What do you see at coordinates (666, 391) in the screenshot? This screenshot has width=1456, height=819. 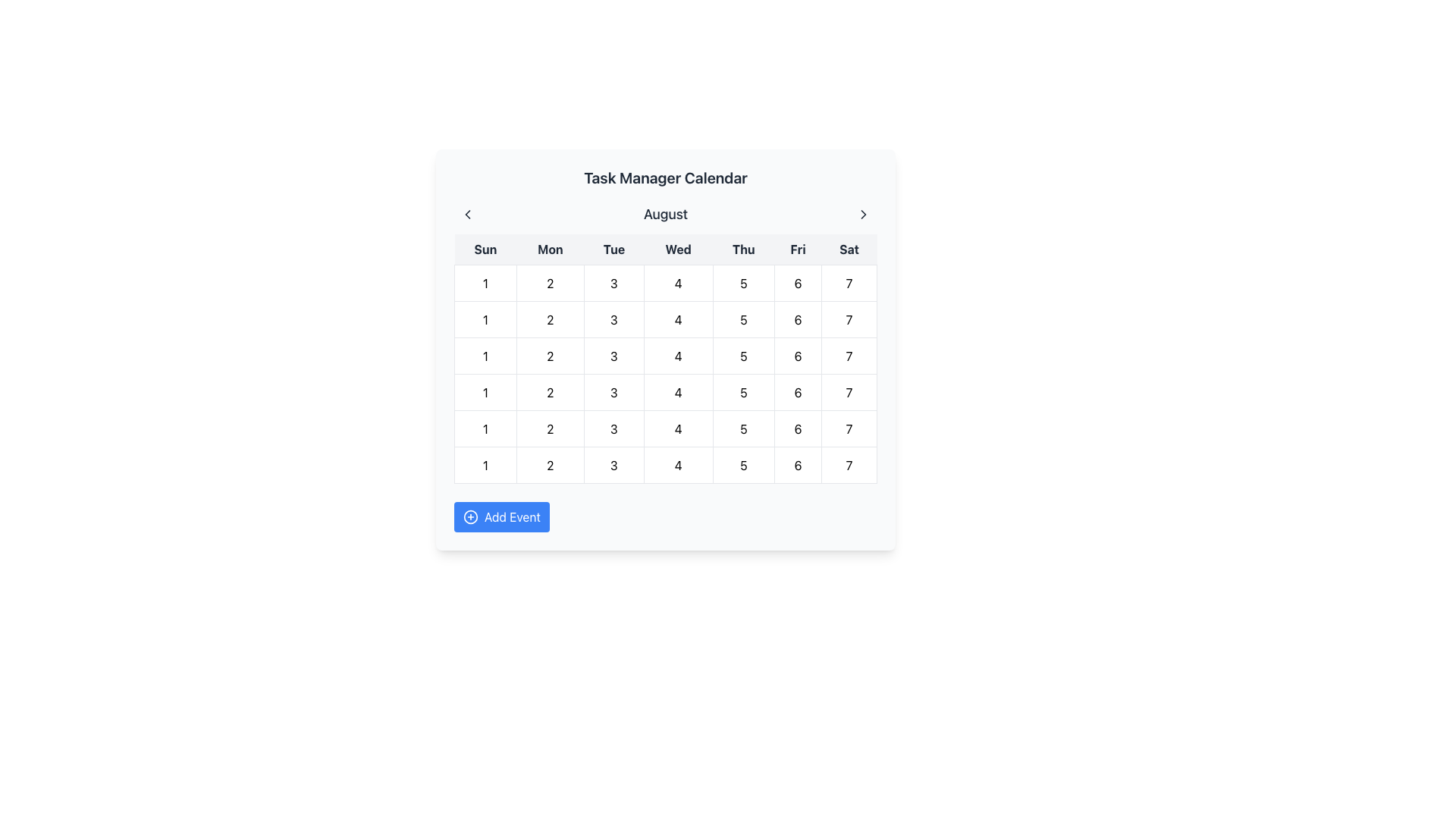 I see `the fifth row of days in the calendar grid under the 'Task Manager Calendar' for August` at bounding box center [666, 391].